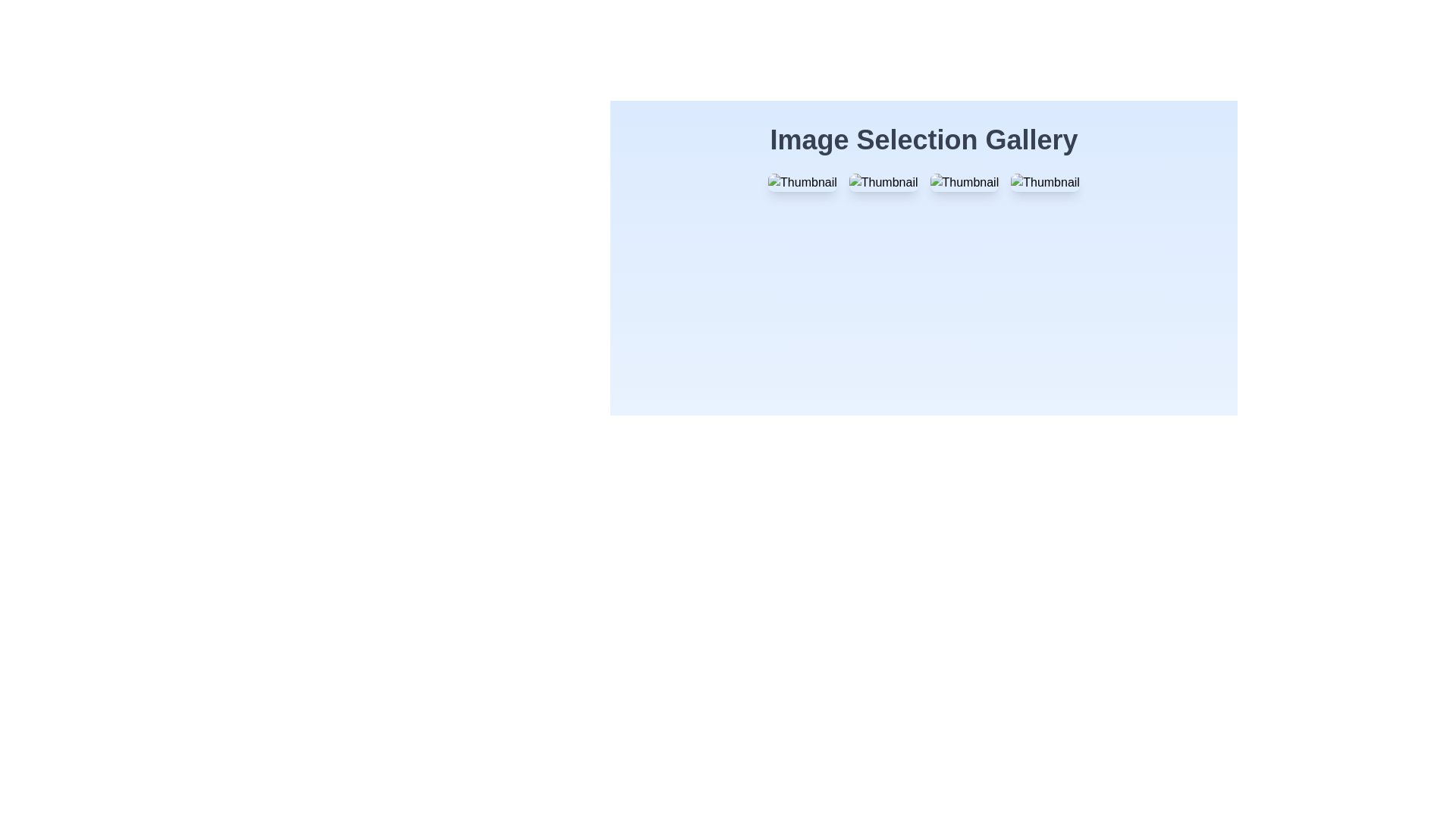 This screenshot has height=819, width=1456. I want to click on the second image thumbnail in the 'Image Selection Gallery' to trigger the scaling animation, so click(883, 181).